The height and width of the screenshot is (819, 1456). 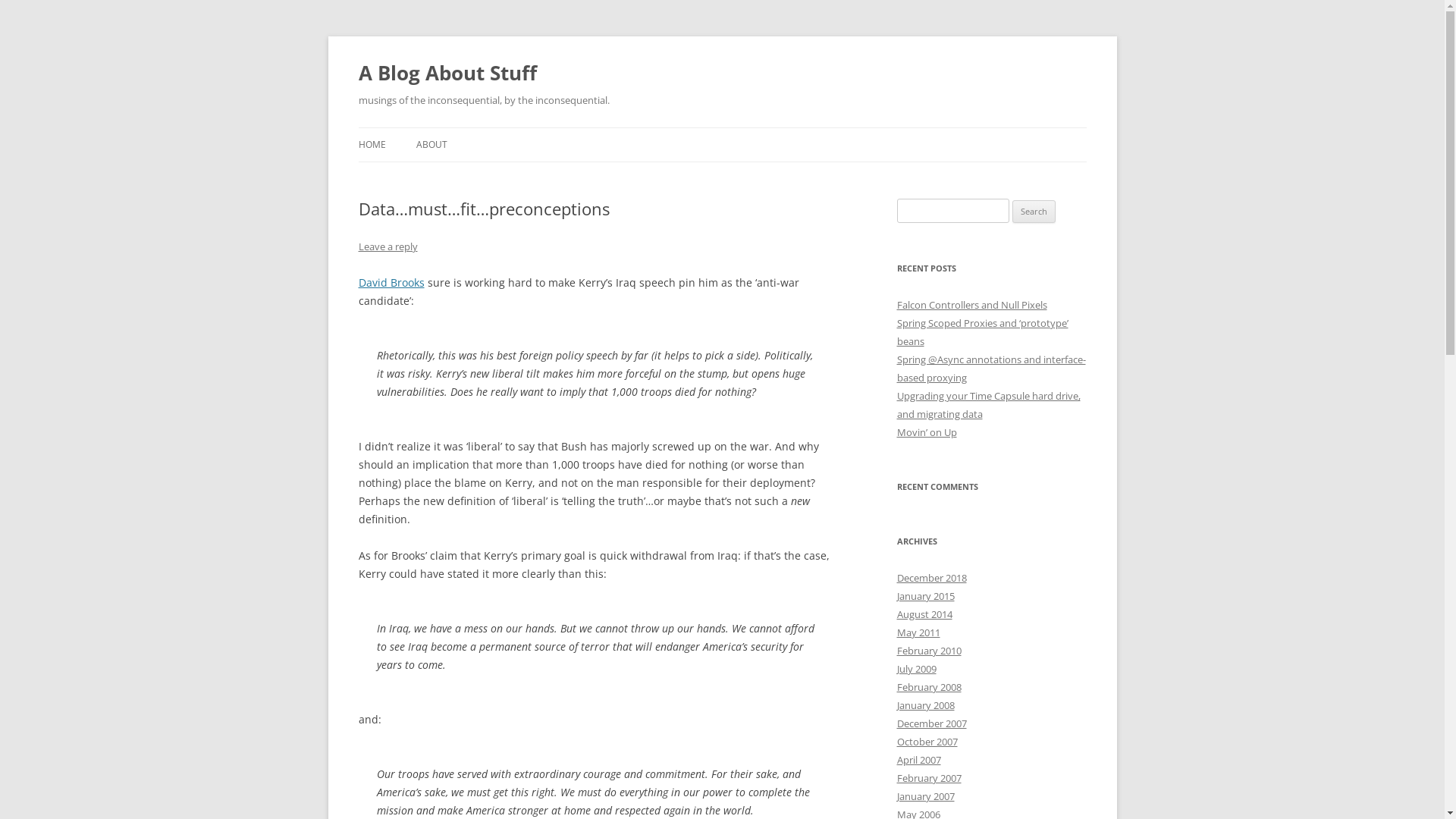 What do you see at coordinates (356, 245) in the screenshot?
I see `'Leave a reply'` at bounding box center [356, 245].